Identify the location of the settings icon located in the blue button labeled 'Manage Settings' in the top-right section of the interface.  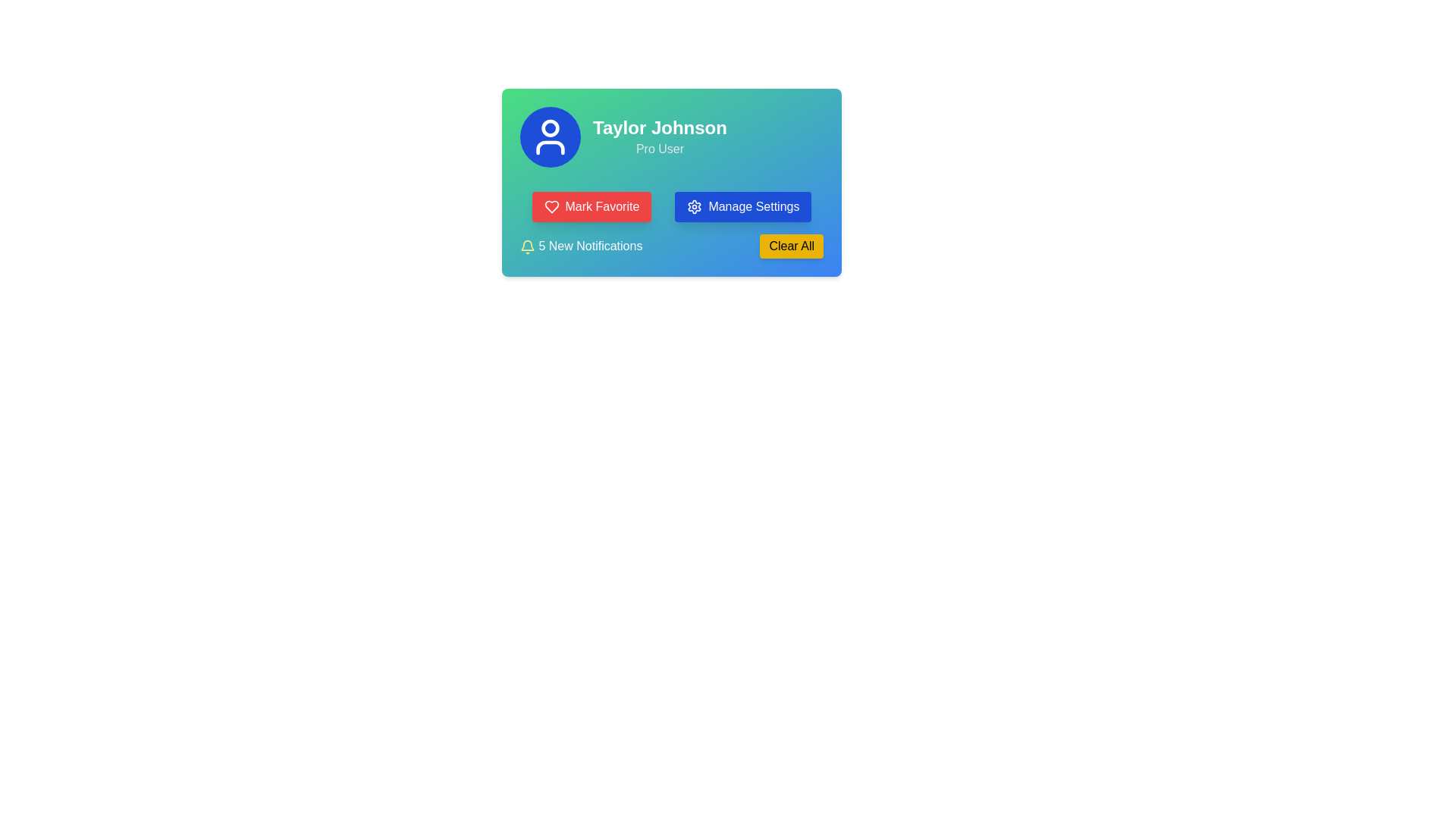
(694, 207).